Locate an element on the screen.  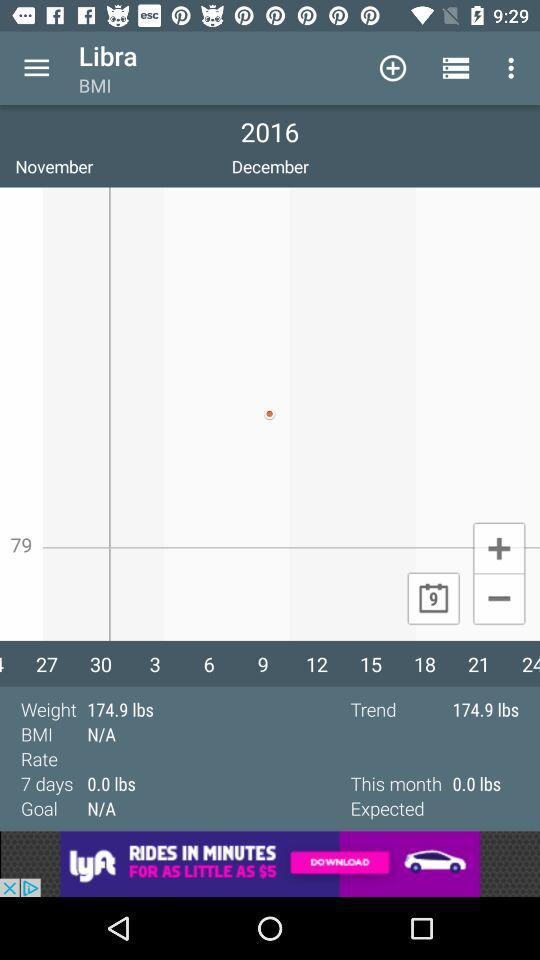
open options is located at coordinates (36, 68).